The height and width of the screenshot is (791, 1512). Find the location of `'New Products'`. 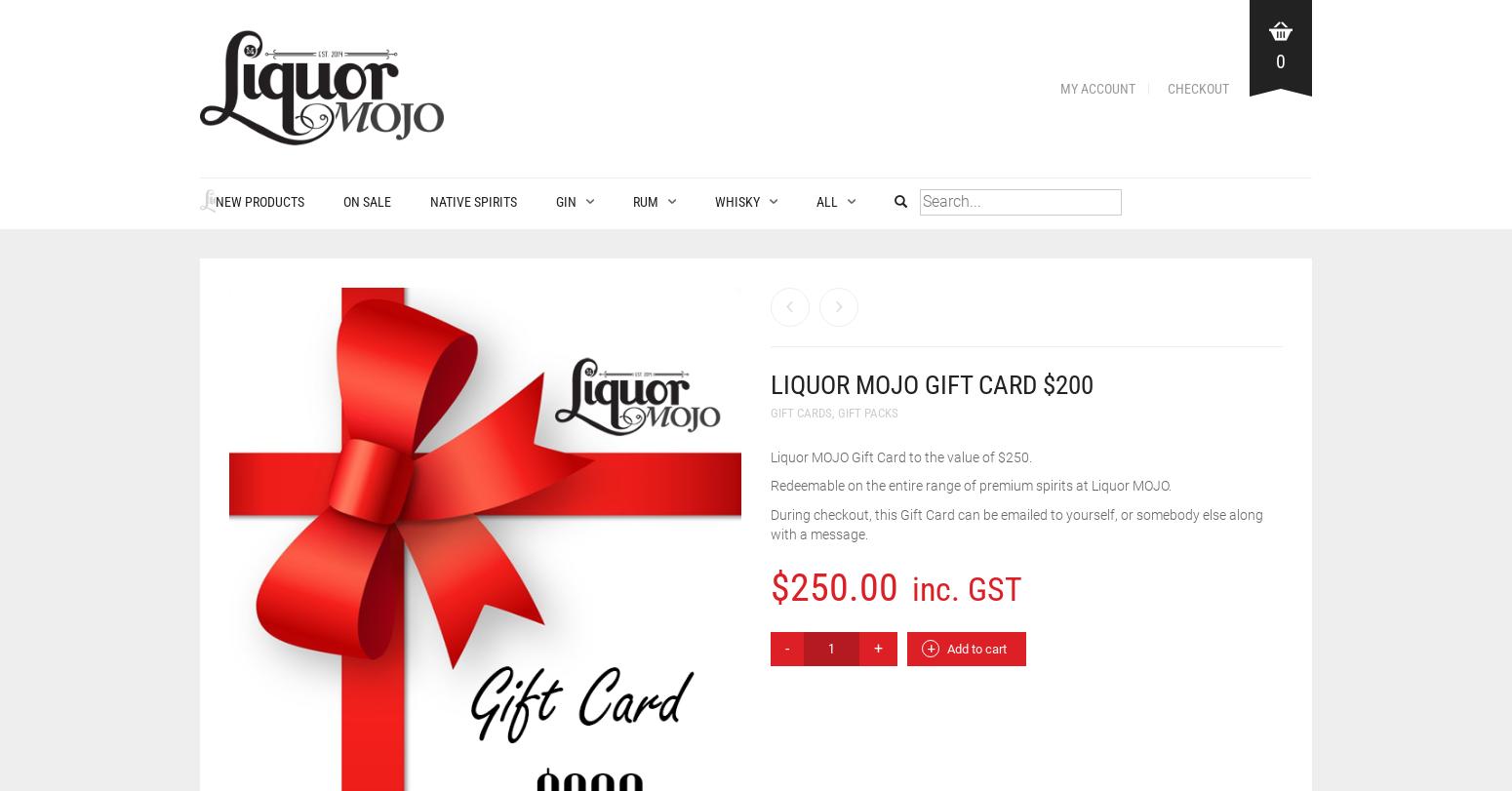

'New Products' is located at coordinates (244, 201).